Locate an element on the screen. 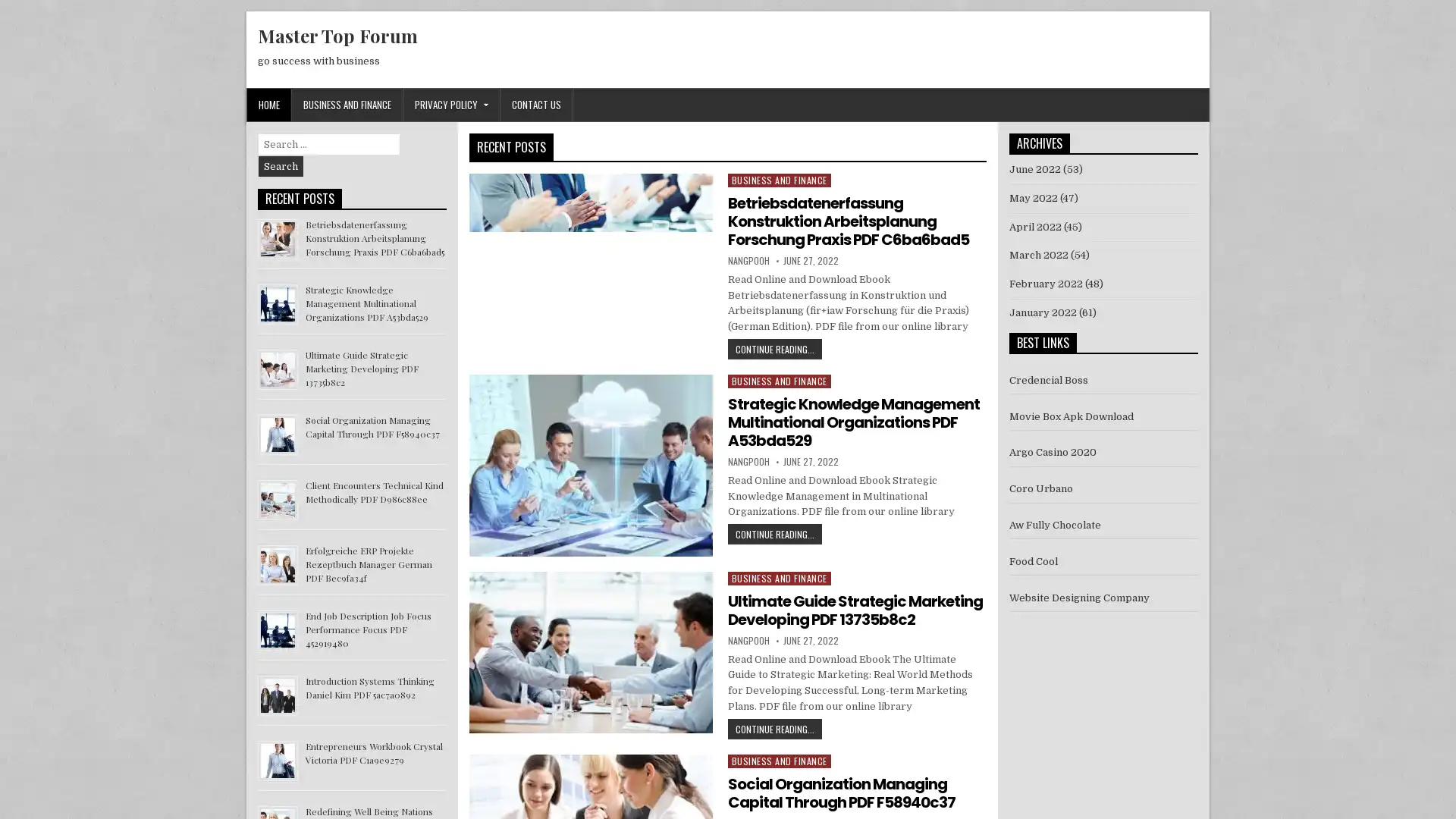 This screenshot has width=1456, height=819. Search is located at coordinates (281, 166).